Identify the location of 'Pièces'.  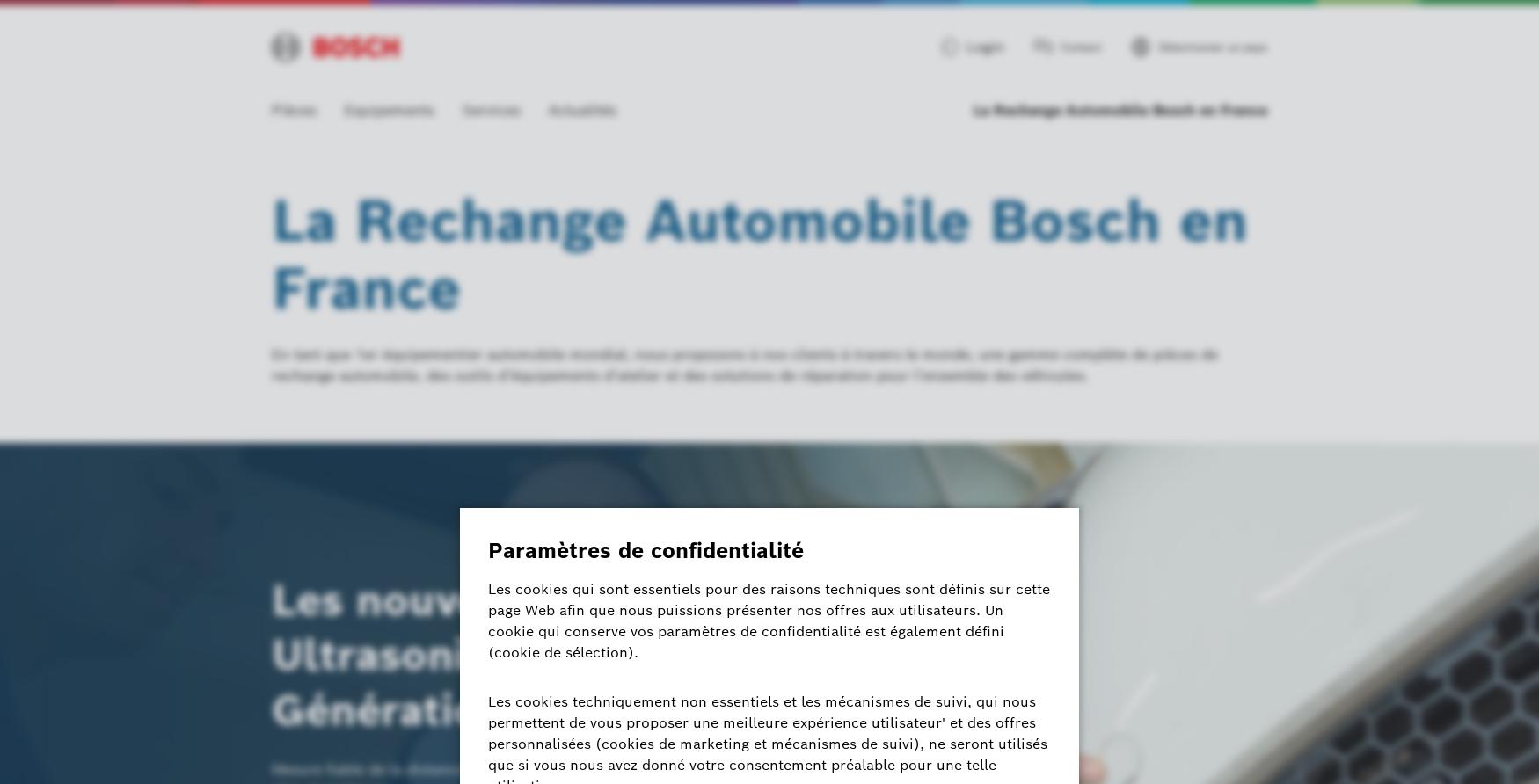
(294, 109).